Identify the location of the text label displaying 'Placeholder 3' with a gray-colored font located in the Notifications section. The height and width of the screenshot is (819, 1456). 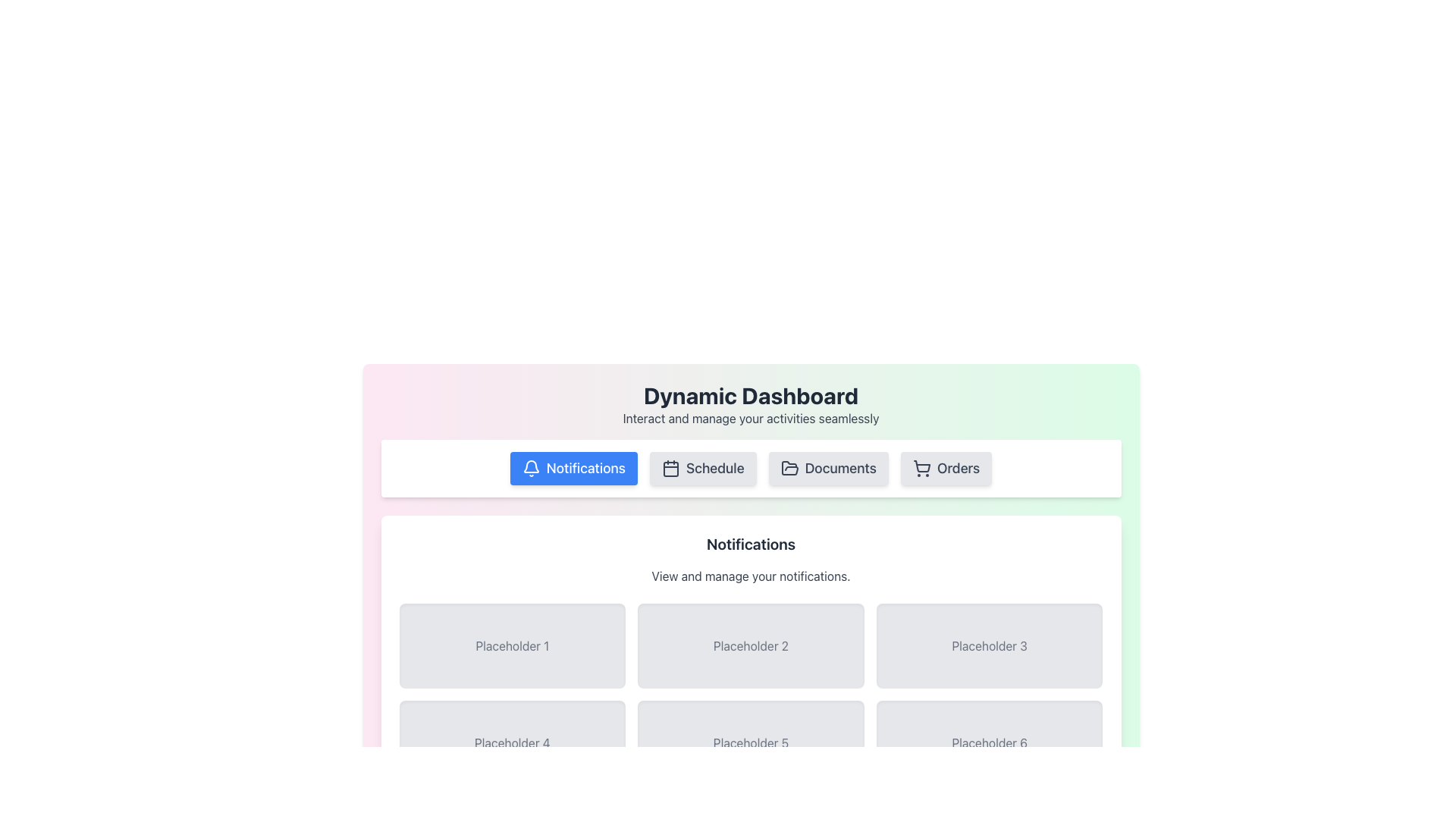
(990, 646).